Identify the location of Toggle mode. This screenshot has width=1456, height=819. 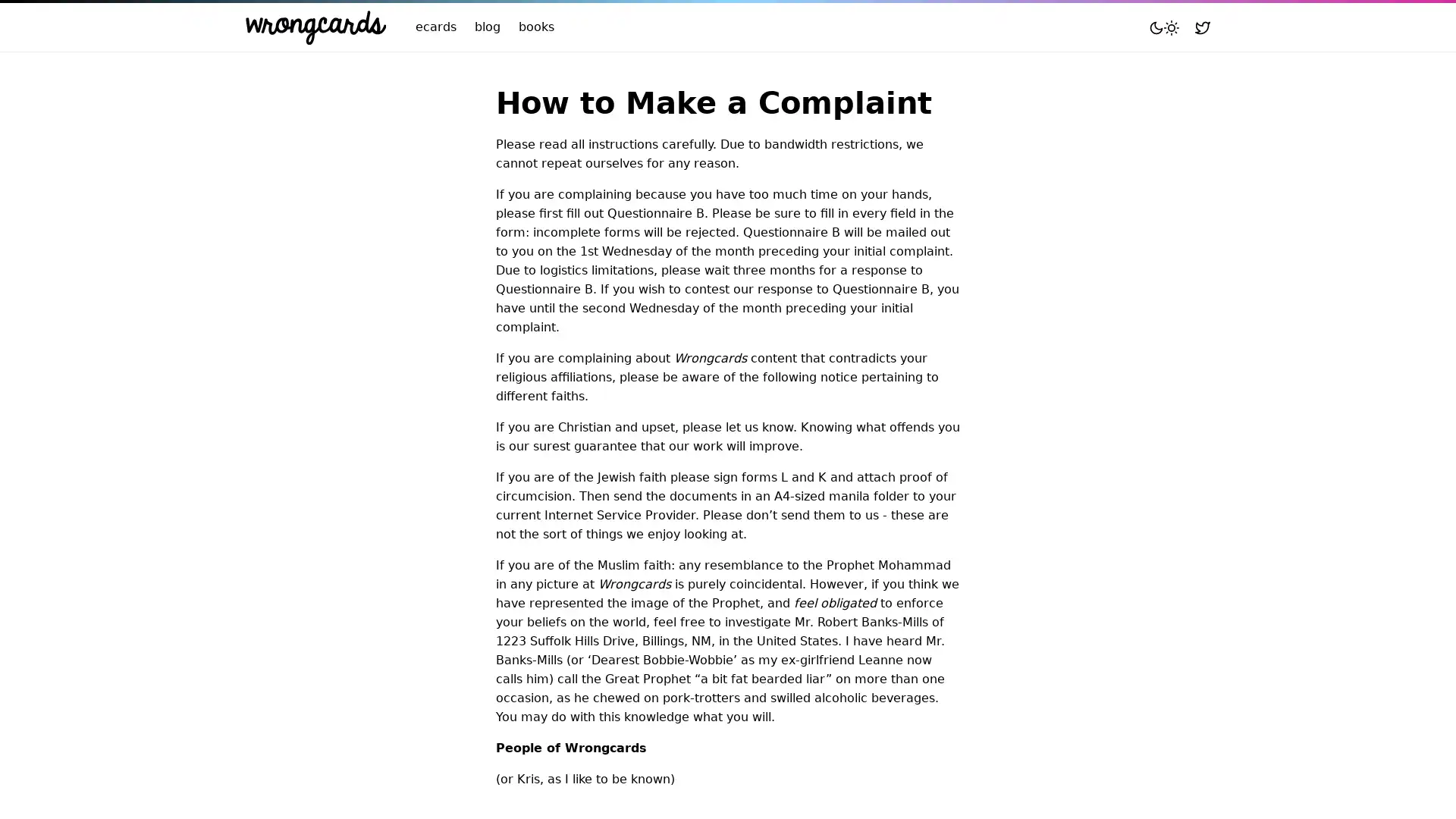
(1163, 27).